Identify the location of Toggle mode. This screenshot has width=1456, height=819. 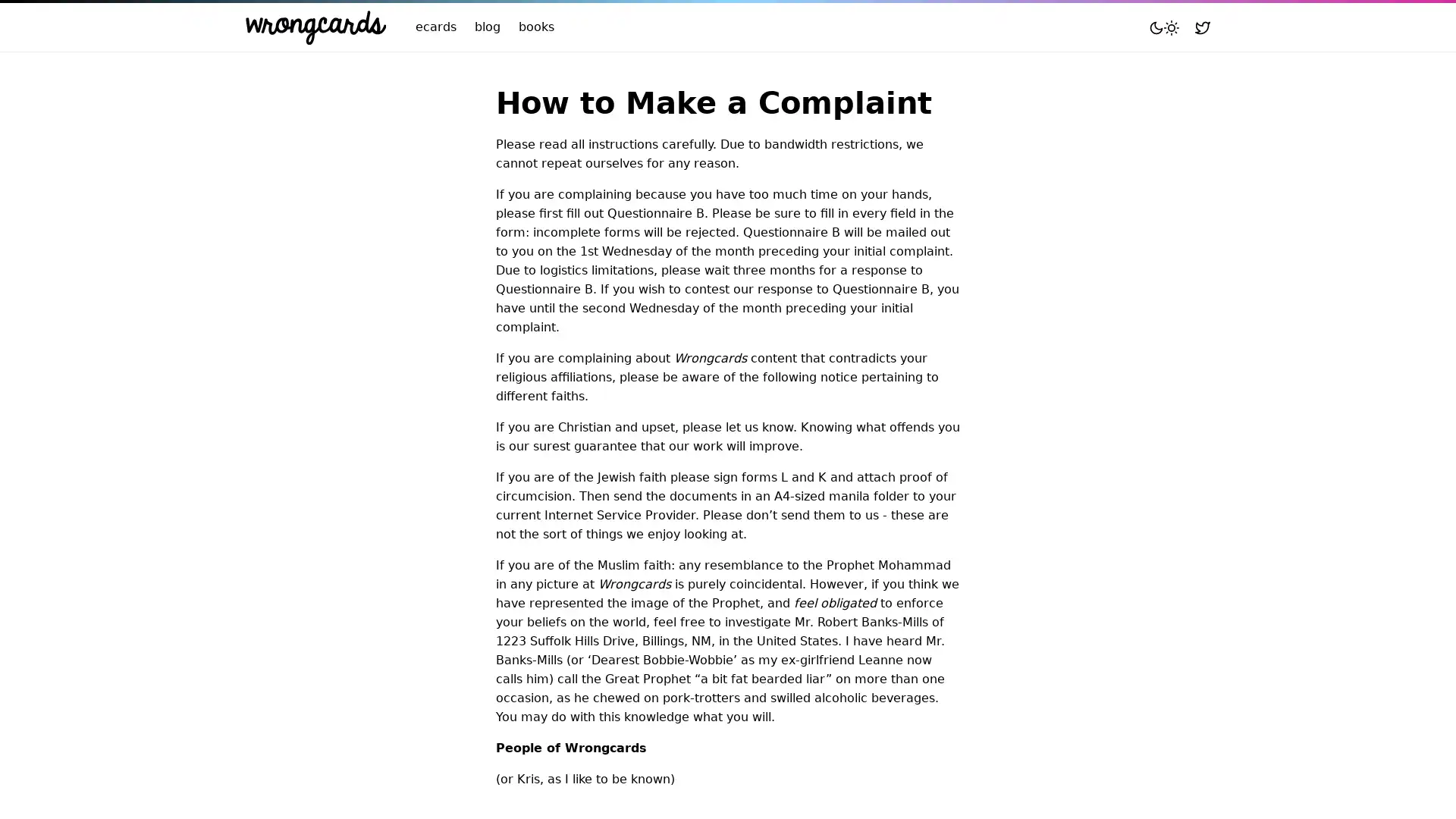
(1163, 27).